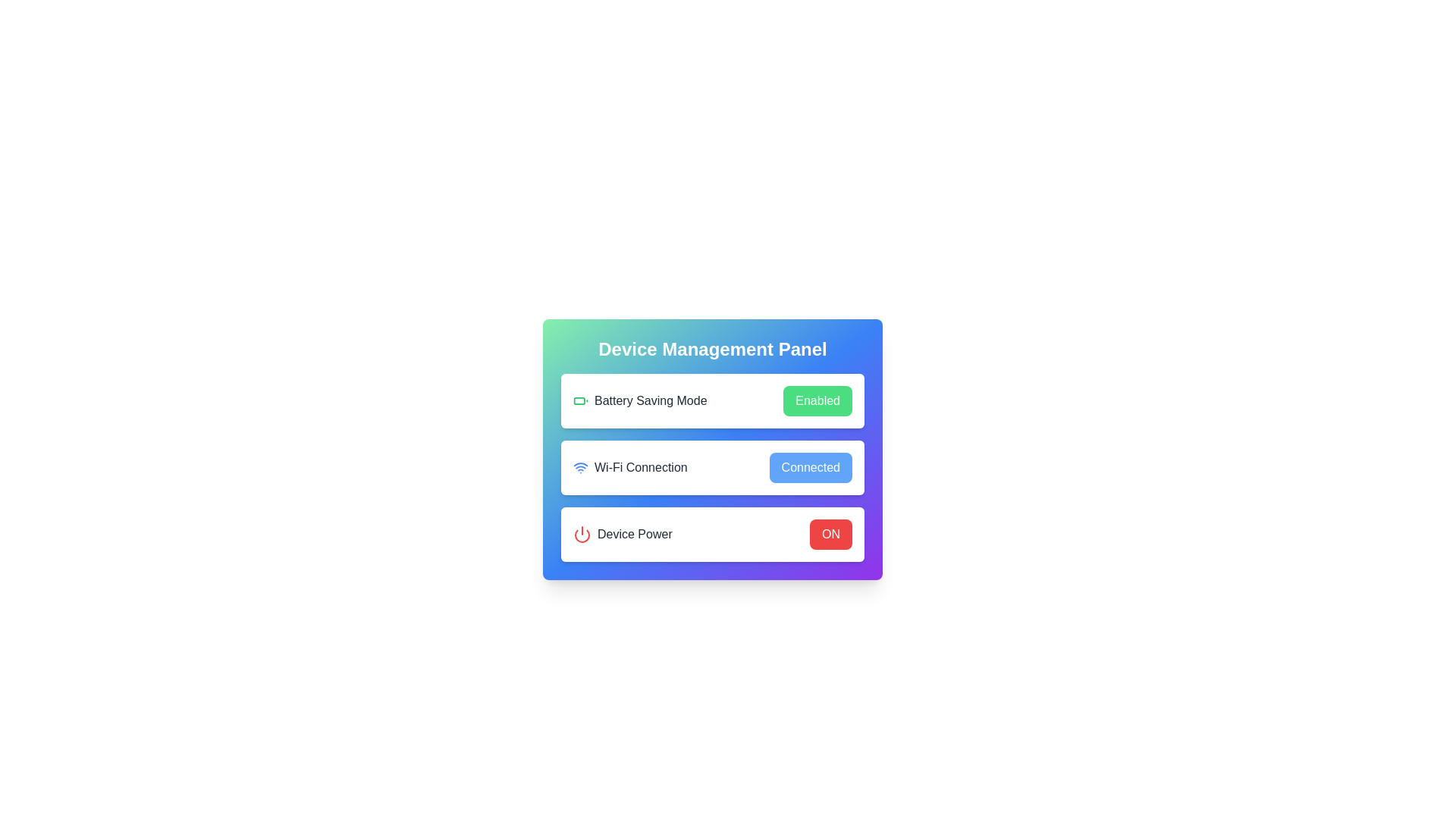  I want to click on second arc of the Wi-Fi signal strength icon located next to the 'Wi-Fi Connection' label in the second row of the Device Management Panel interface, so click(580, 463).